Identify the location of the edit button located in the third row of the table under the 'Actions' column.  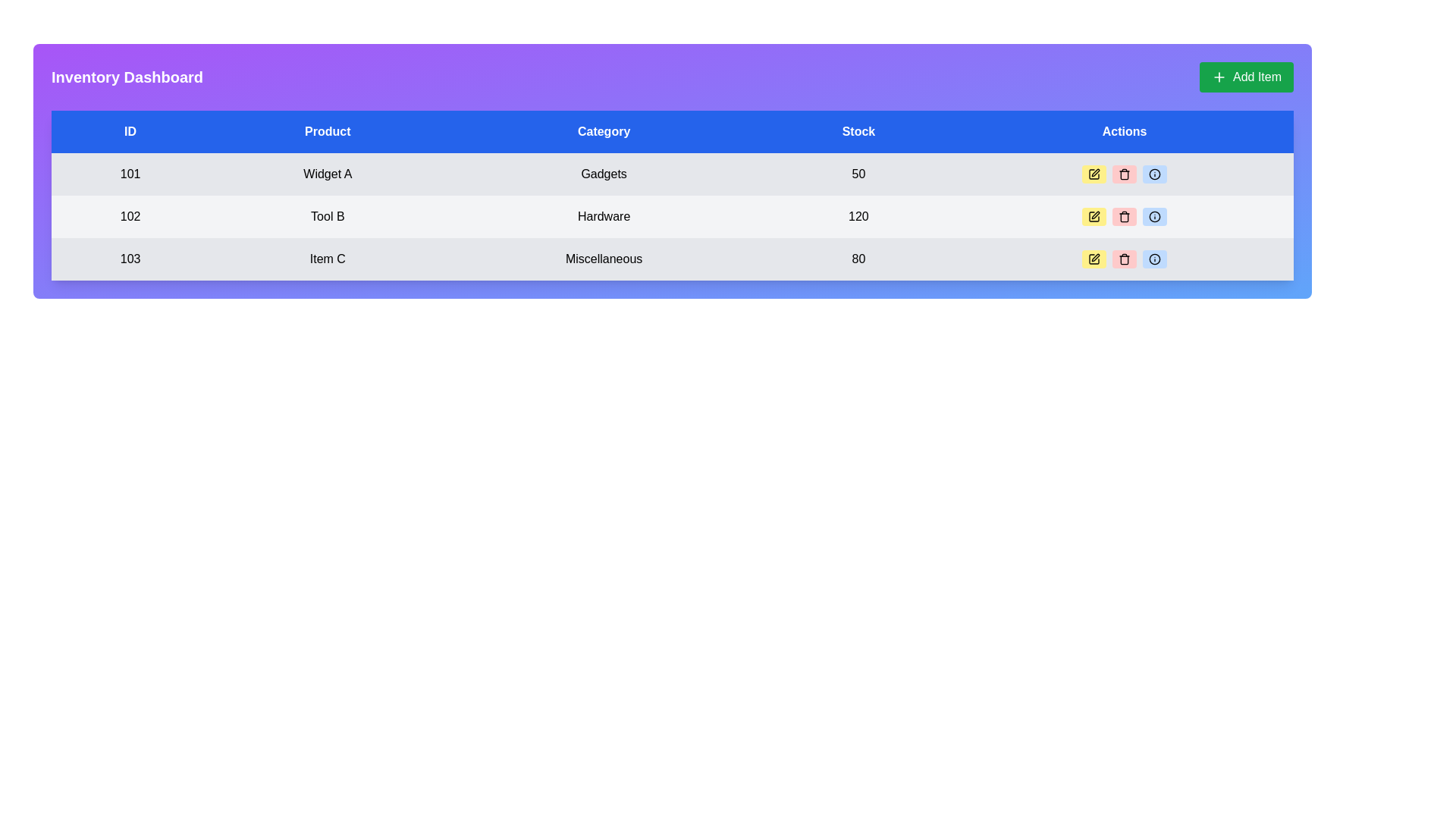
(1094, 216).